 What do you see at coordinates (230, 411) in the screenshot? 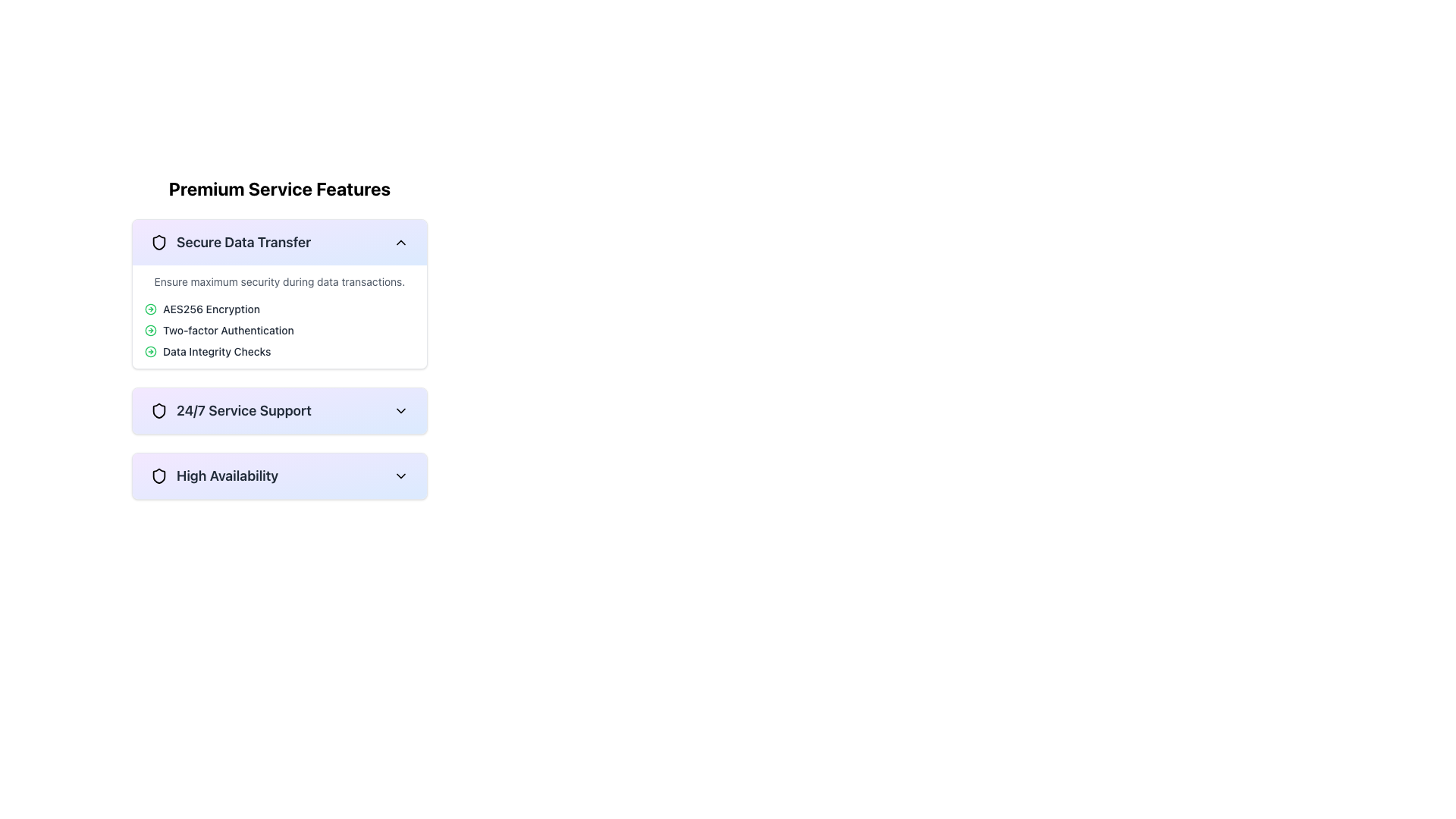
I see `the '24/7 Service Support' text in the Collapsible Section Header` at bounding box center [230, 411].